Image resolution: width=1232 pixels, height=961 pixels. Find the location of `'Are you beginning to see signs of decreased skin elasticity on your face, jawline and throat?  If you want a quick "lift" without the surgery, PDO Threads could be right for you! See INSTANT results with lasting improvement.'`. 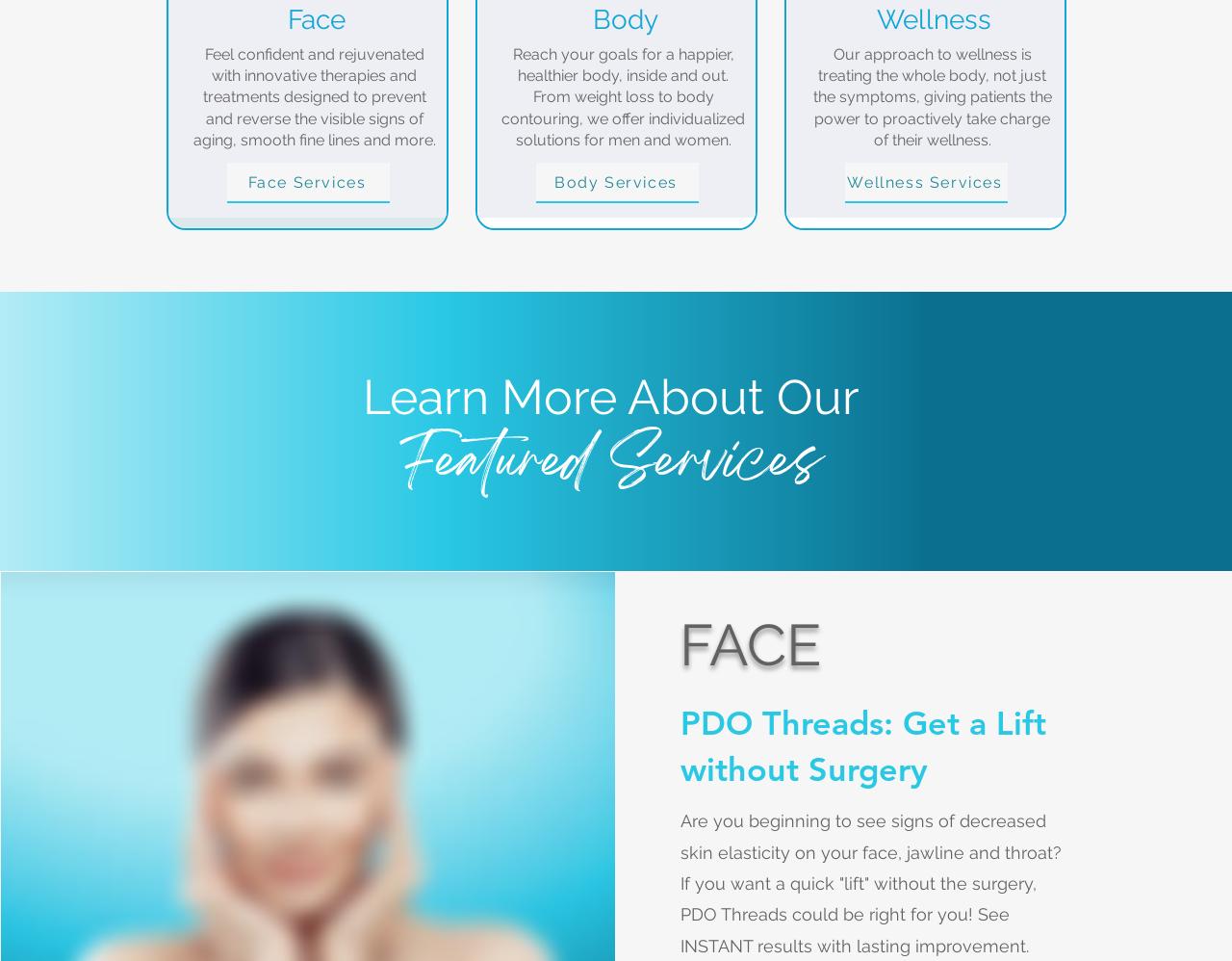

'Are you beginning to see signs of decreased skin elasticity on your face, jawline and throat?  If you want a quick "lift" without the surgery, PDO Threads could be right for you! See INSTANT results with lasting improvement.' is located at coordinates (871, 882).